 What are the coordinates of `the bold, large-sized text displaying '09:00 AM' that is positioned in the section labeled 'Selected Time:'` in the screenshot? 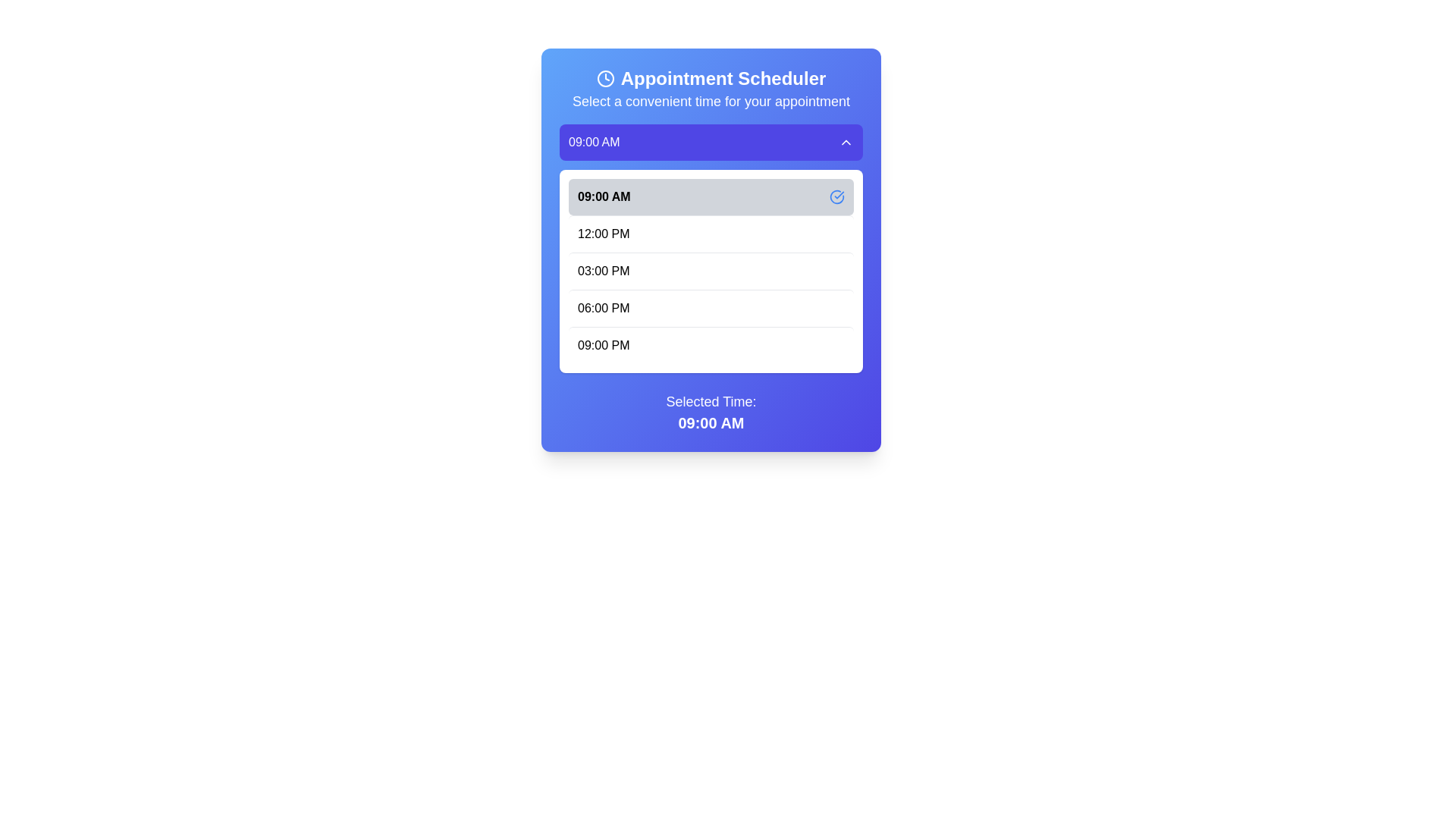 It's located at (710, 423).